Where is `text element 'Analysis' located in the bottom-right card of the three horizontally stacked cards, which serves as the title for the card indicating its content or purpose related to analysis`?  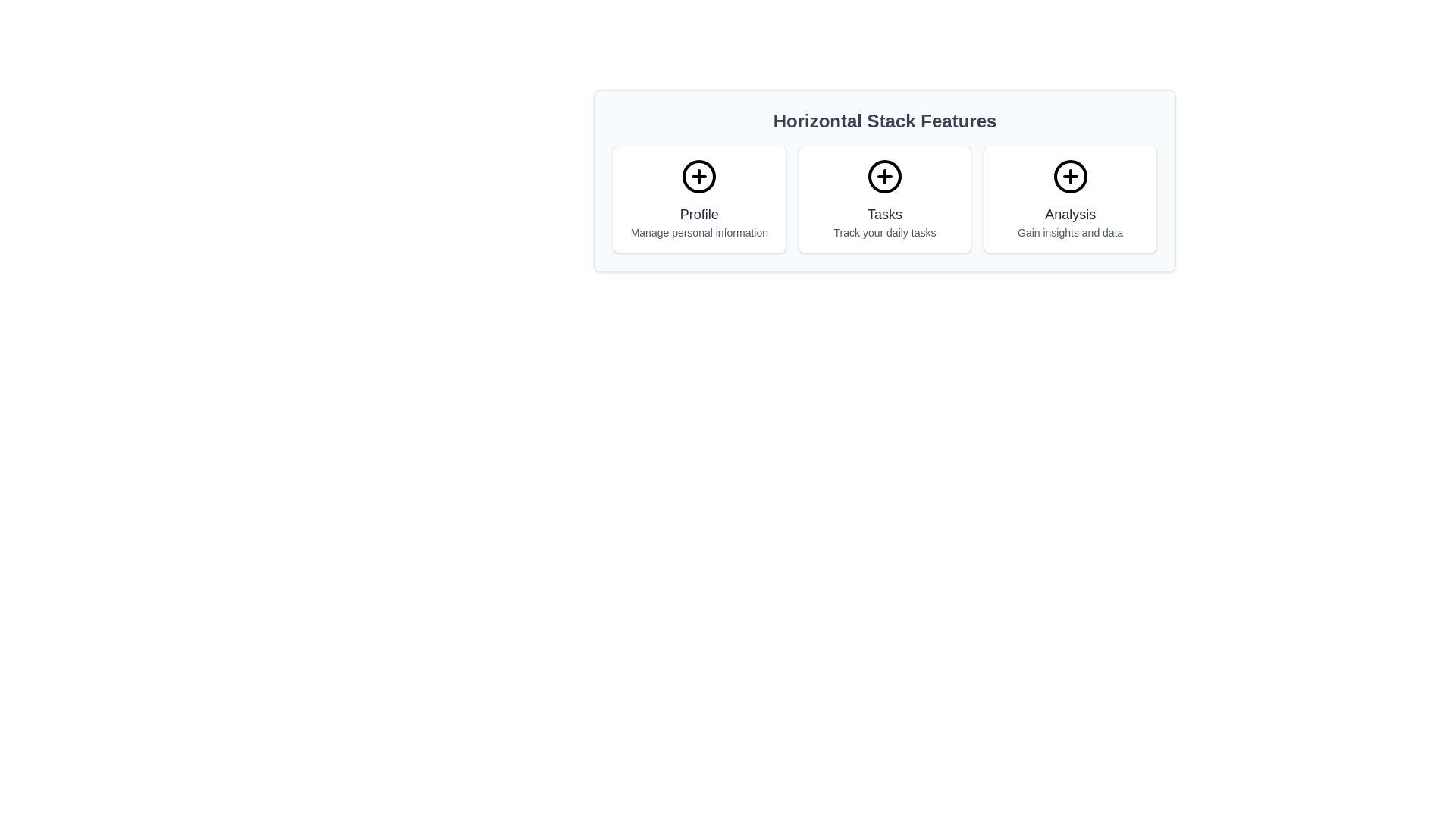 text element 'Analysis' located in the bottom-right card of the three horizontally stacked cards, which serves as the title for the card indicating its content or purpose related to analysis is located at coordinates (1069, 214).